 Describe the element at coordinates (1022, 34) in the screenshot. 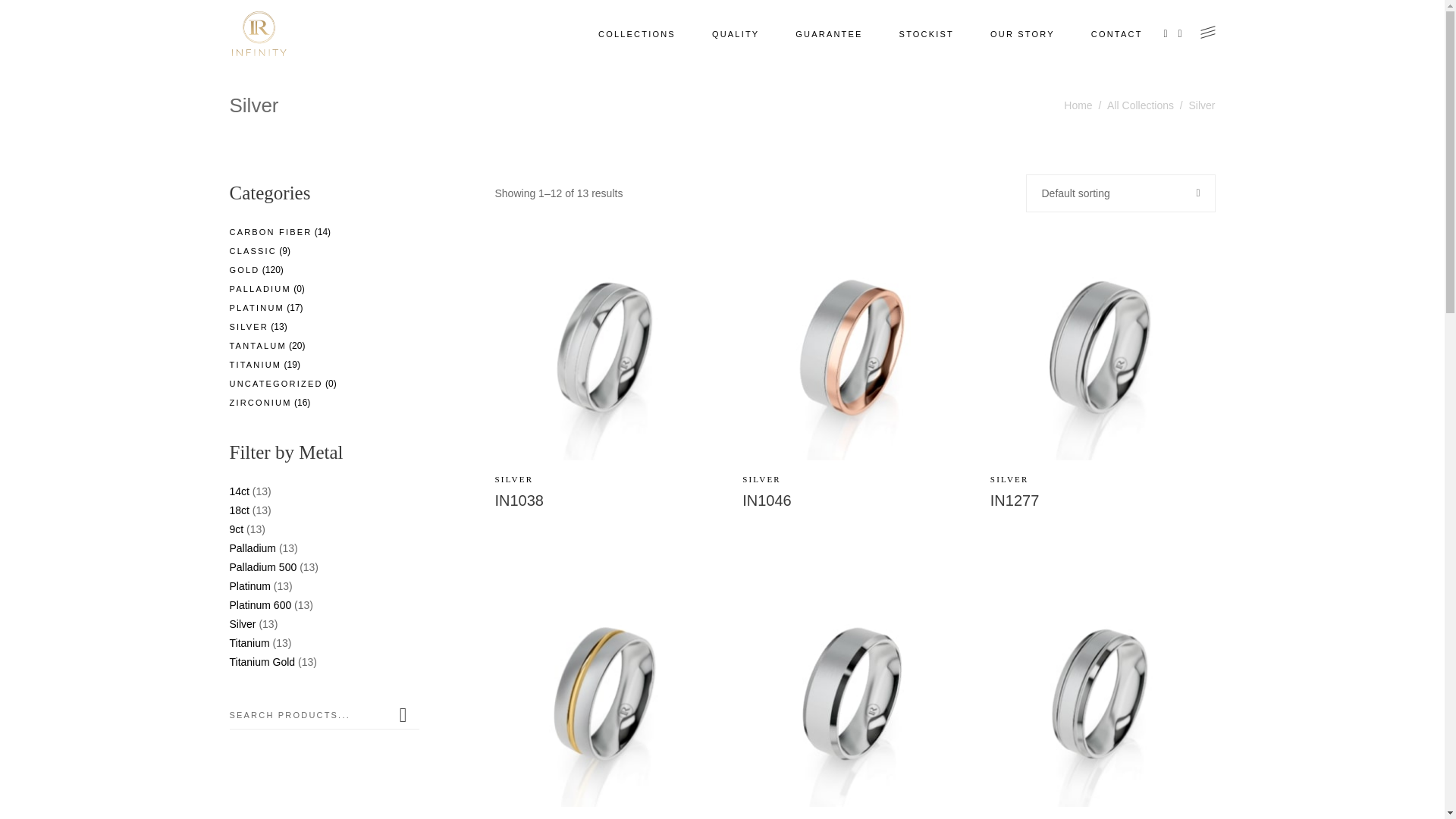

I see `'OUR STORY'` at that location.